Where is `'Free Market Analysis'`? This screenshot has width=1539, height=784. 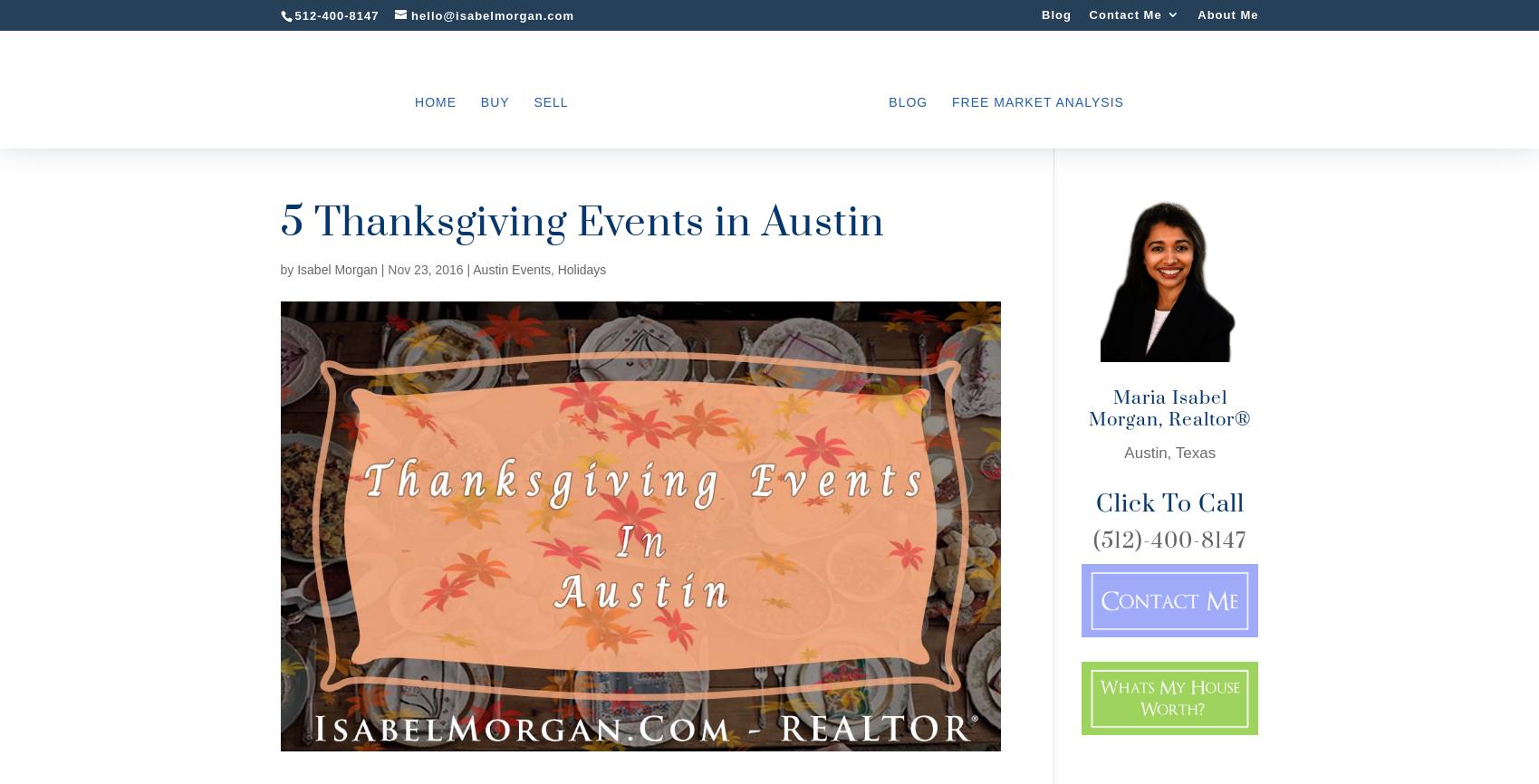
'Free Market Analysis' is located at coordinates (951, 100).